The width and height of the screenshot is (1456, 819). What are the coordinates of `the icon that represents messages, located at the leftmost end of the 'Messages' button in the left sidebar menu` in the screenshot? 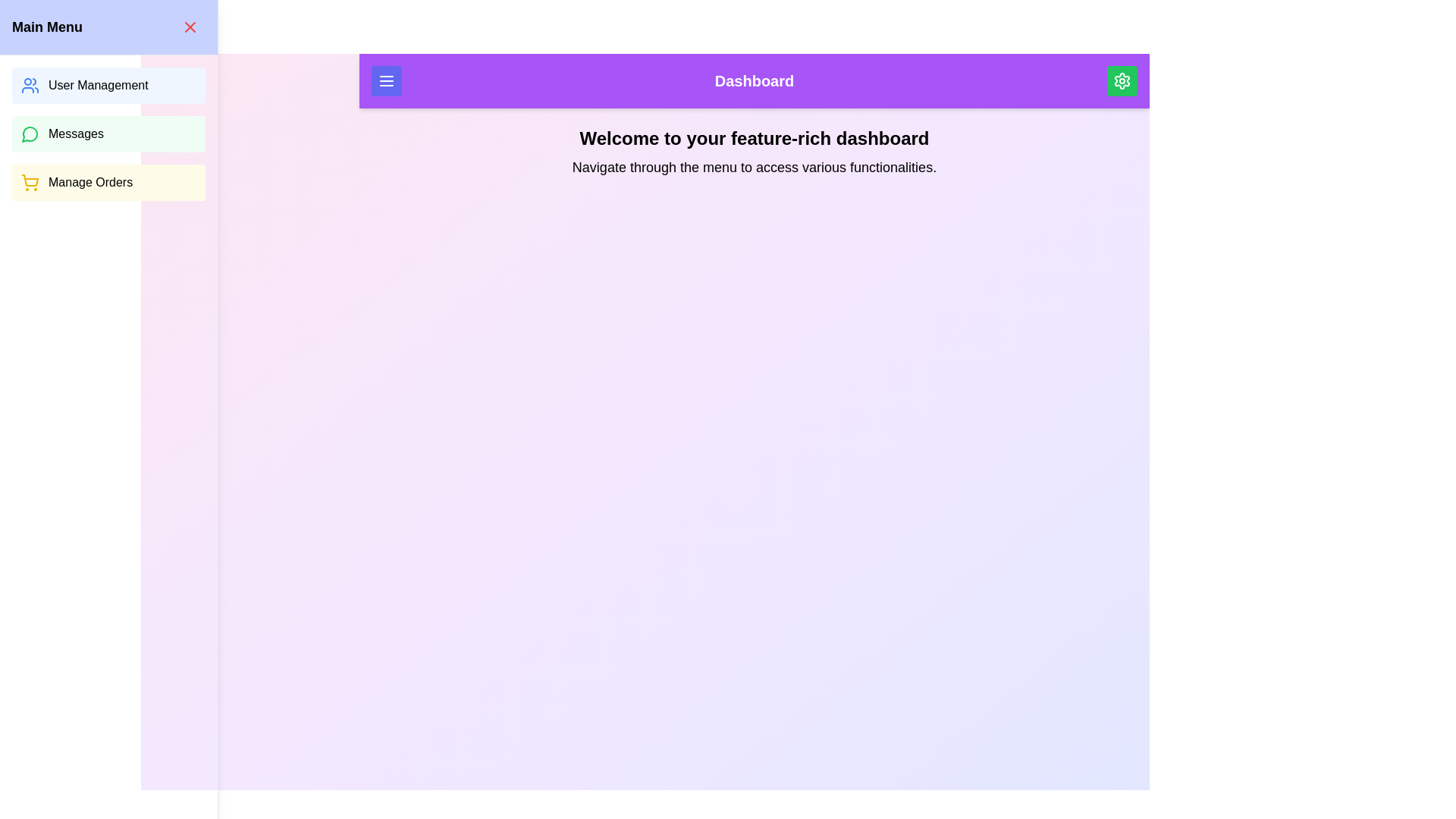 It's located at (30, 133).